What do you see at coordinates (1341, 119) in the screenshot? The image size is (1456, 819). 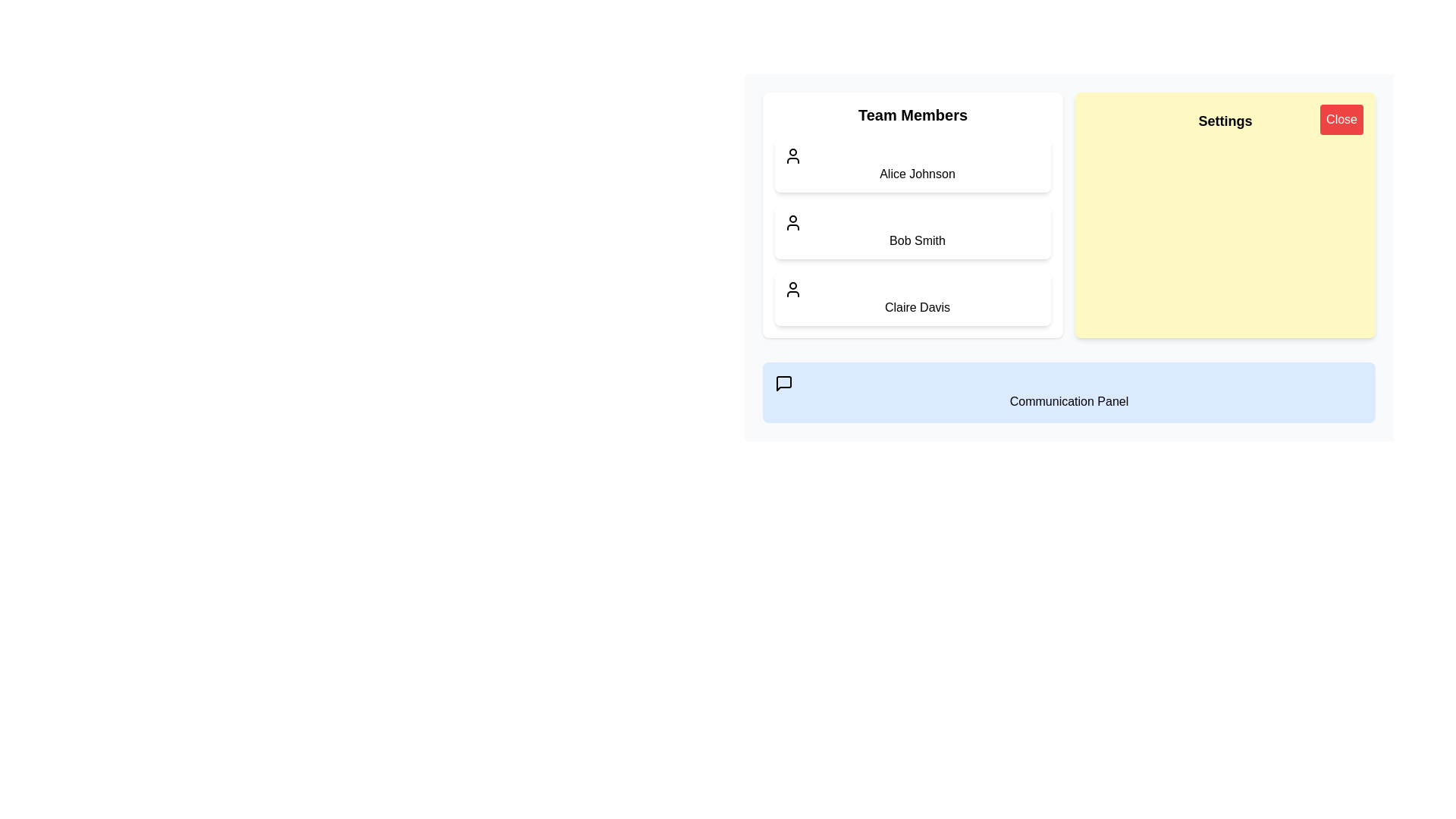 I see `the 'Close' button located in the top-right corner of the yellow 'Settings' panel` at bounding box center [1341, 119].